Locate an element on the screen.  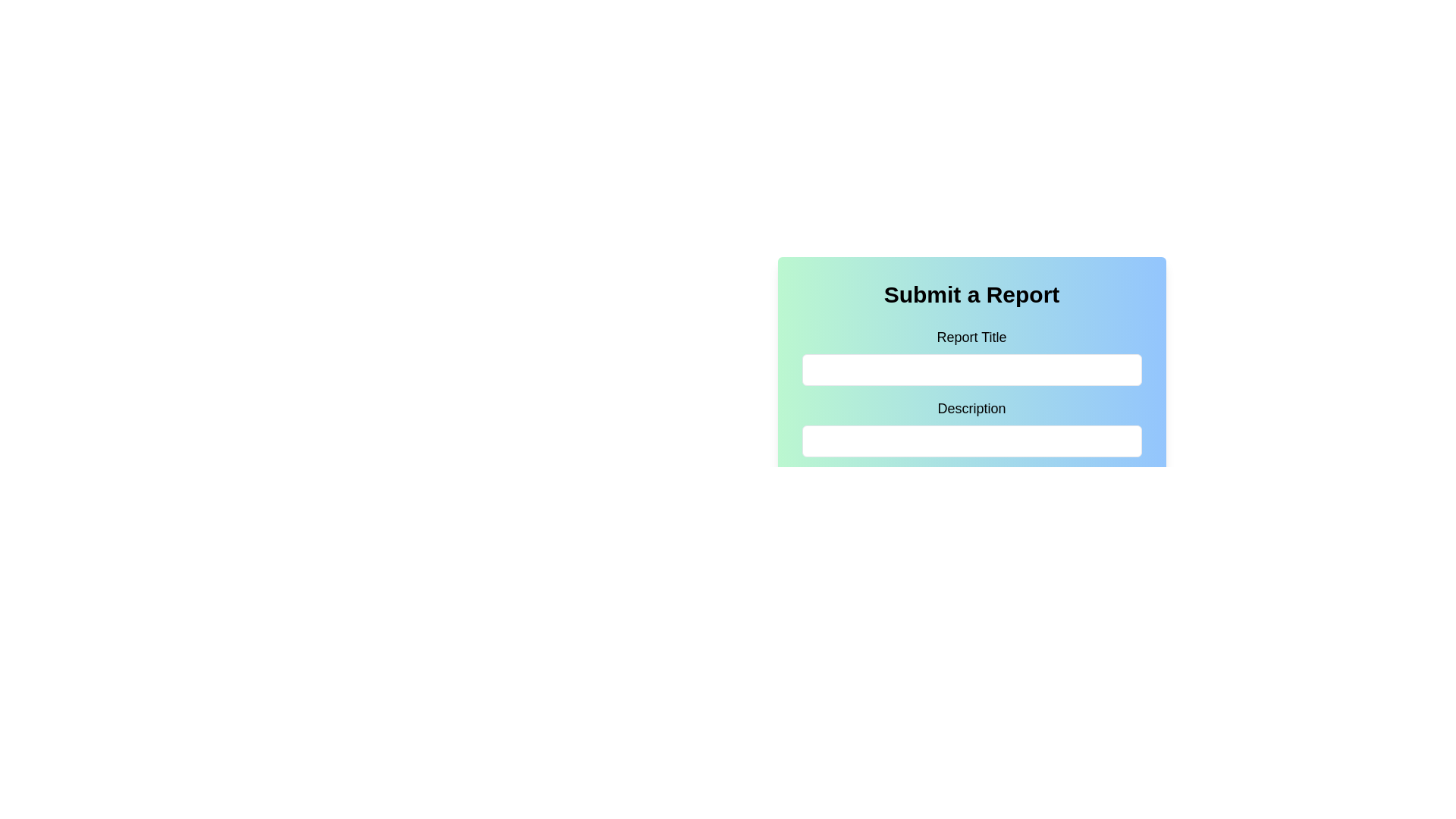
text label that serves as guidance for the input field below it, indicating that it is for entering the report title is located at coordinates (971, 336).